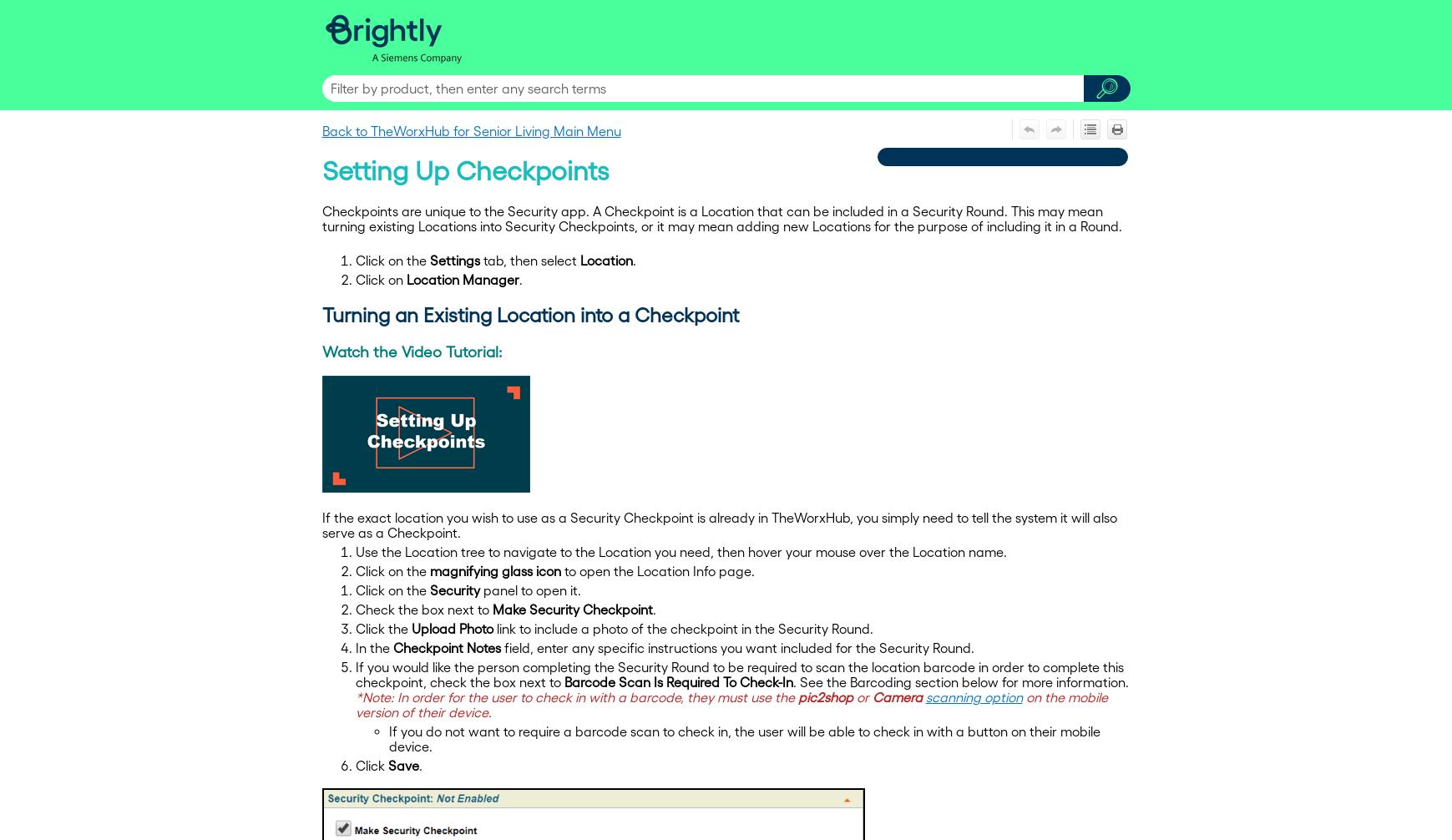  Describe the element at coordinates (972, 696) in the screenshot. I see `'scanning option'` at that location.